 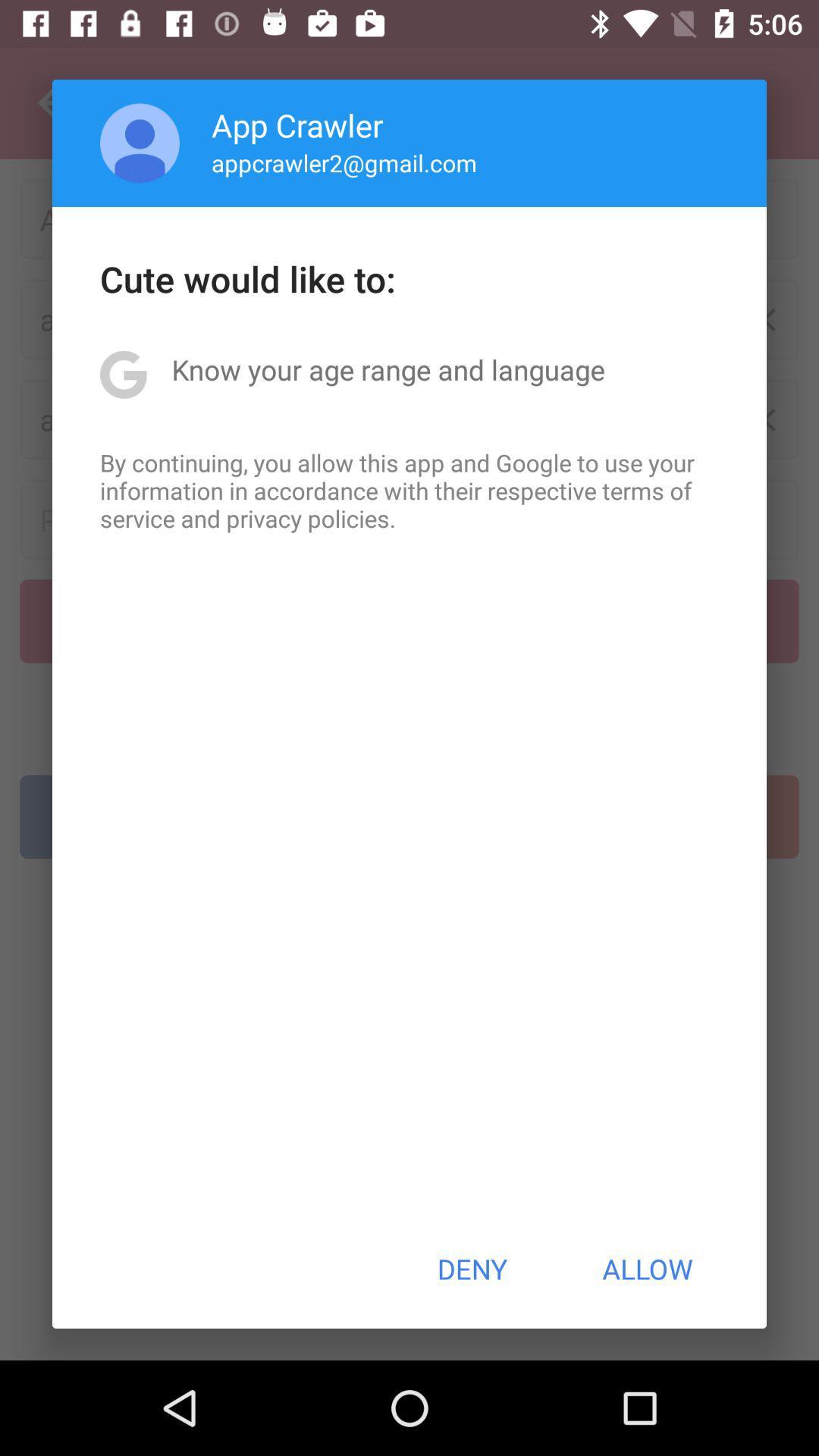 I want to click on the button to the left of allow icon, so click(x=471, y=1269).